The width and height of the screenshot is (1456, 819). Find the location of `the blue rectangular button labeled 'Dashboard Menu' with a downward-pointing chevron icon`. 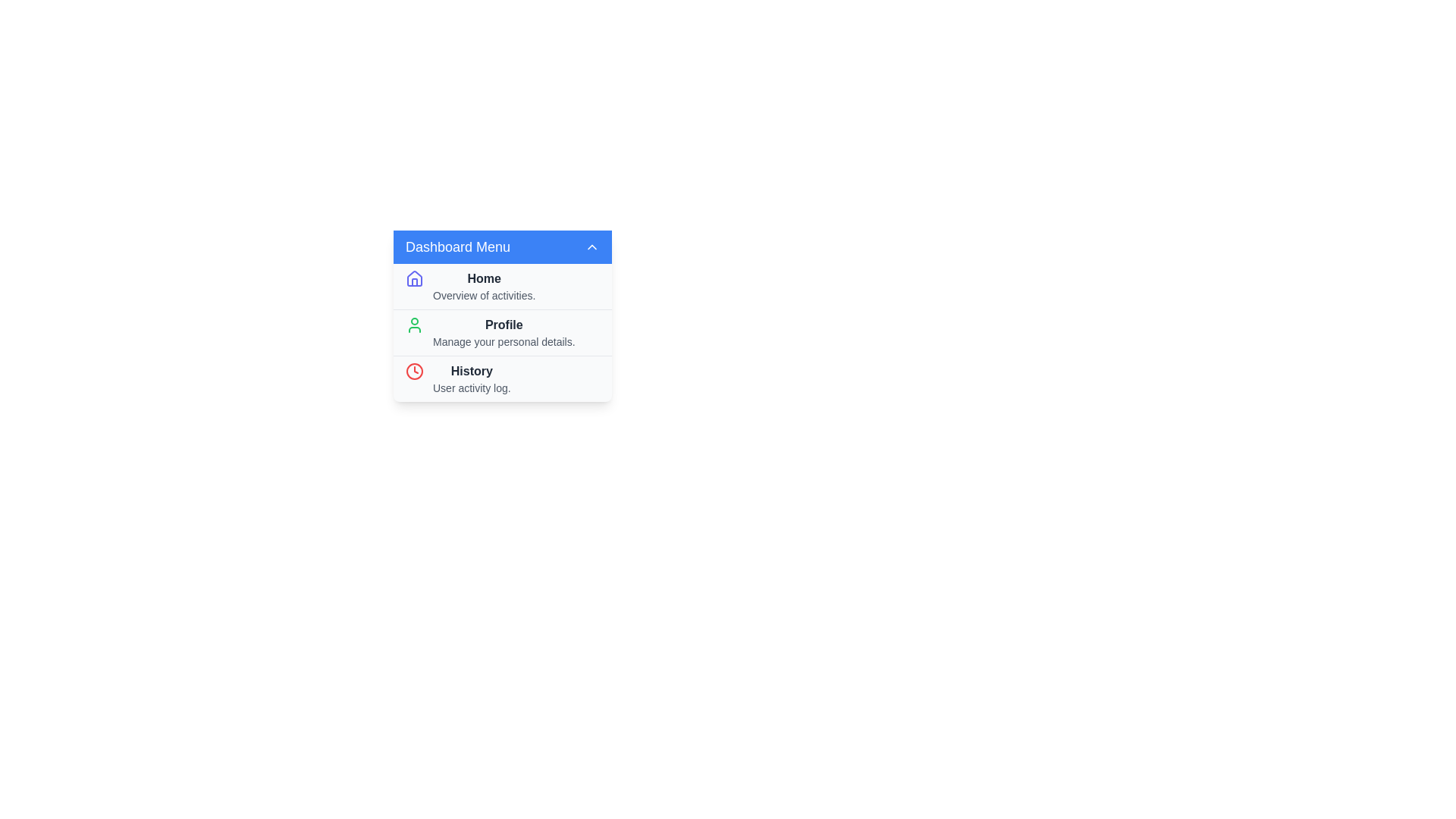

the blue rectangular button labeled 'Dashboard Menu' with a downward-pointing chevron icon is located at coordinates (502, 246).